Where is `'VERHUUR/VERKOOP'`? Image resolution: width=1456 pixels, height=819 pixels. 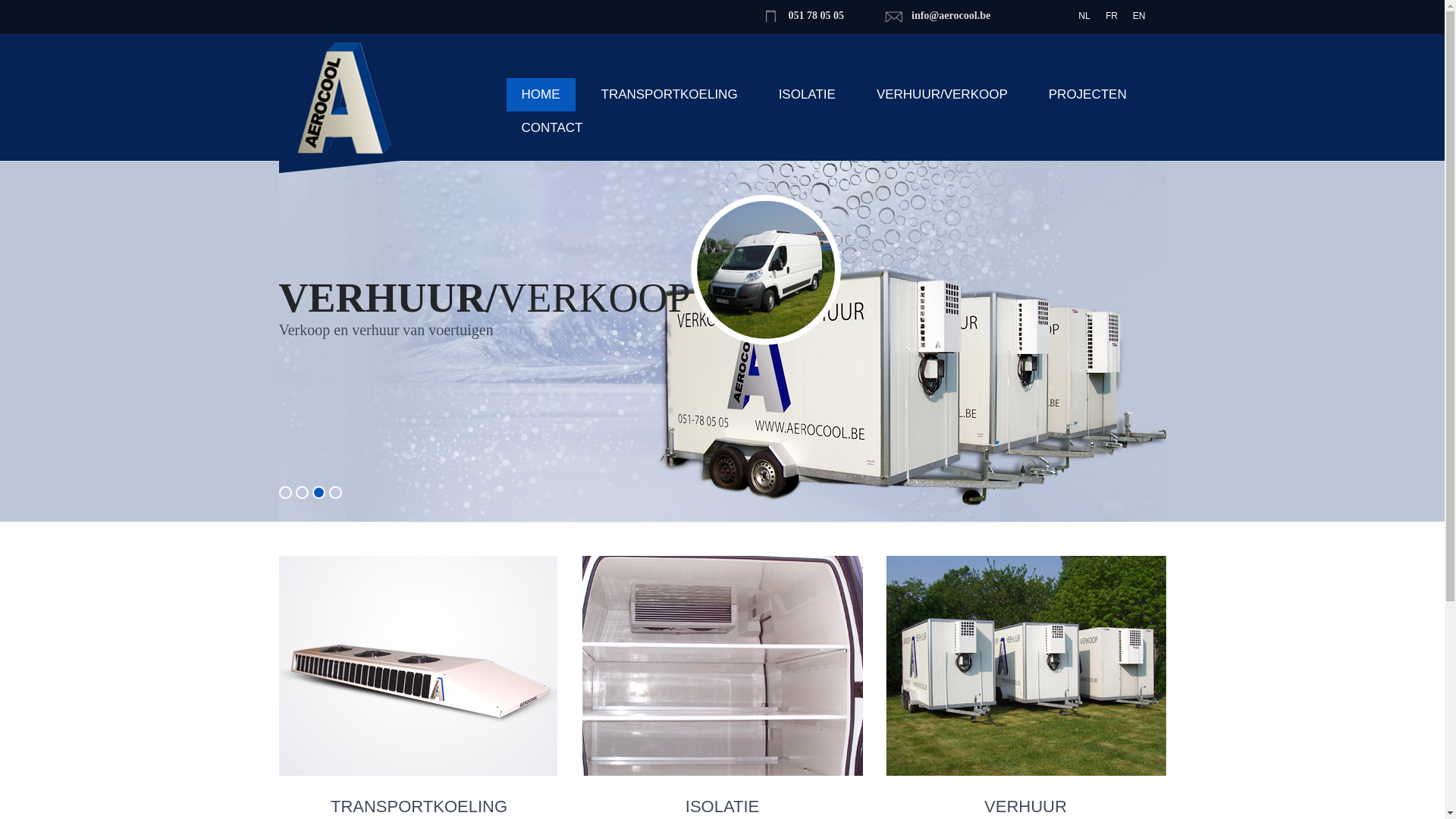
'VERHUUR/VERKOOP' is located at coordinates (941, 94).